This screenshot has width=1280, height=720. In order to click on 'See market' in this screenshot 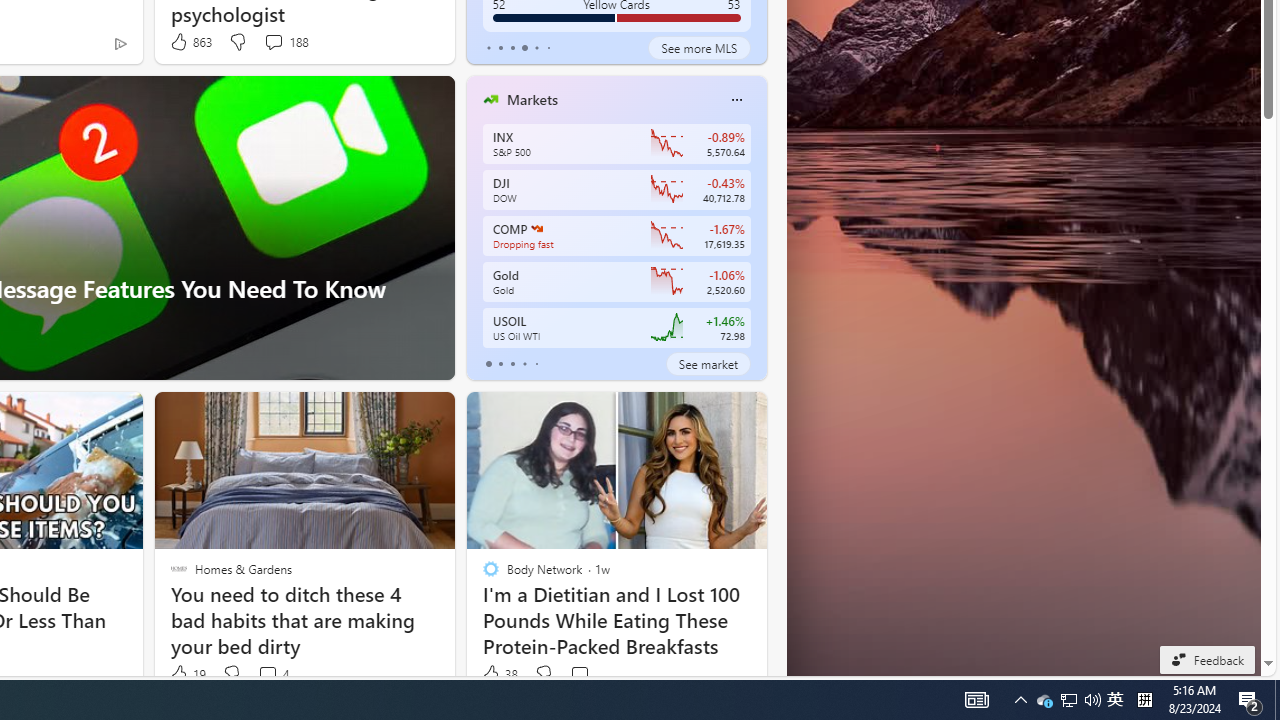, I will do `click(708, 363)`.